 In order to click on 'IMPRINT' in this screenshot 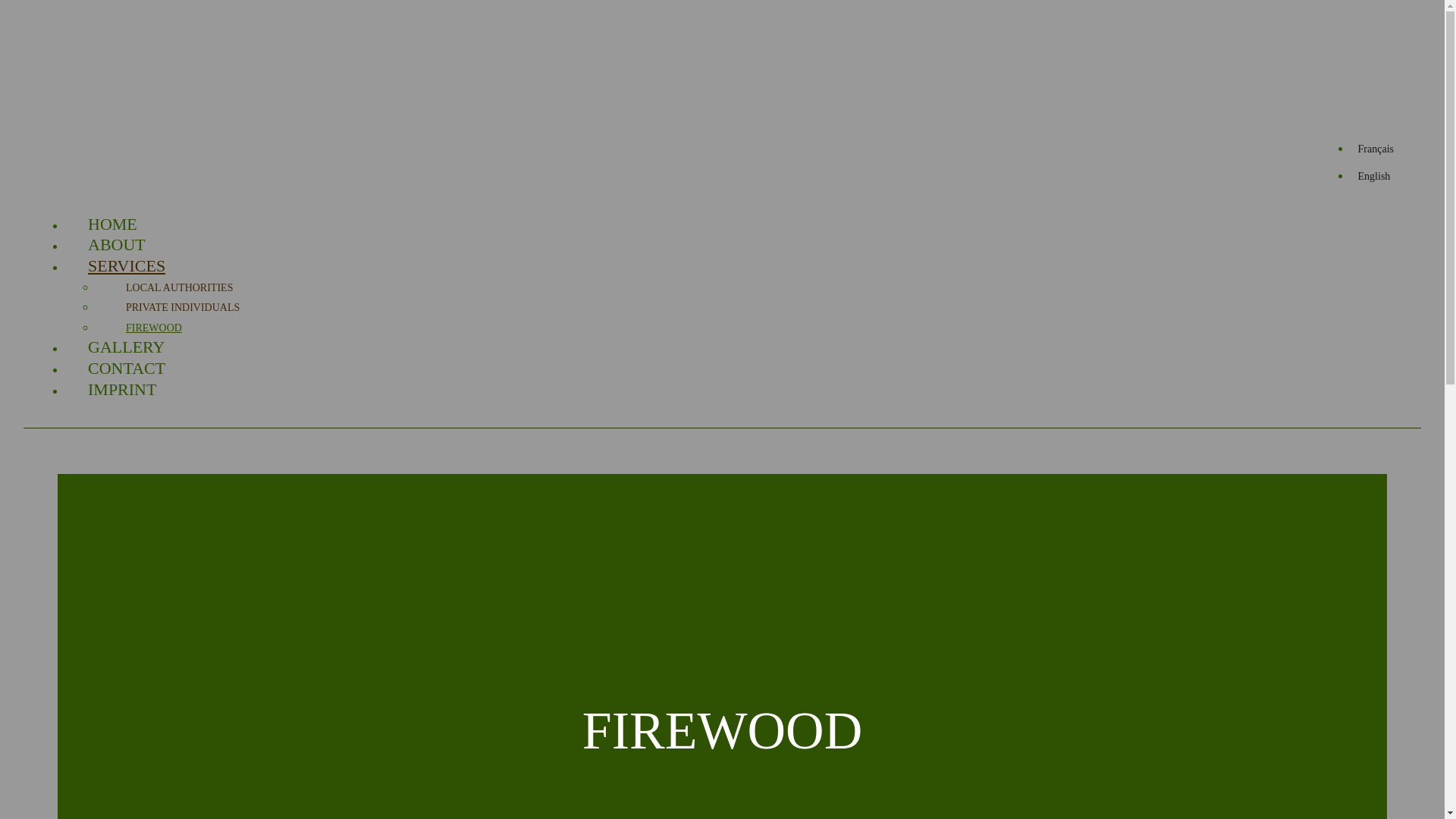, I will do `click(122, 388)`.